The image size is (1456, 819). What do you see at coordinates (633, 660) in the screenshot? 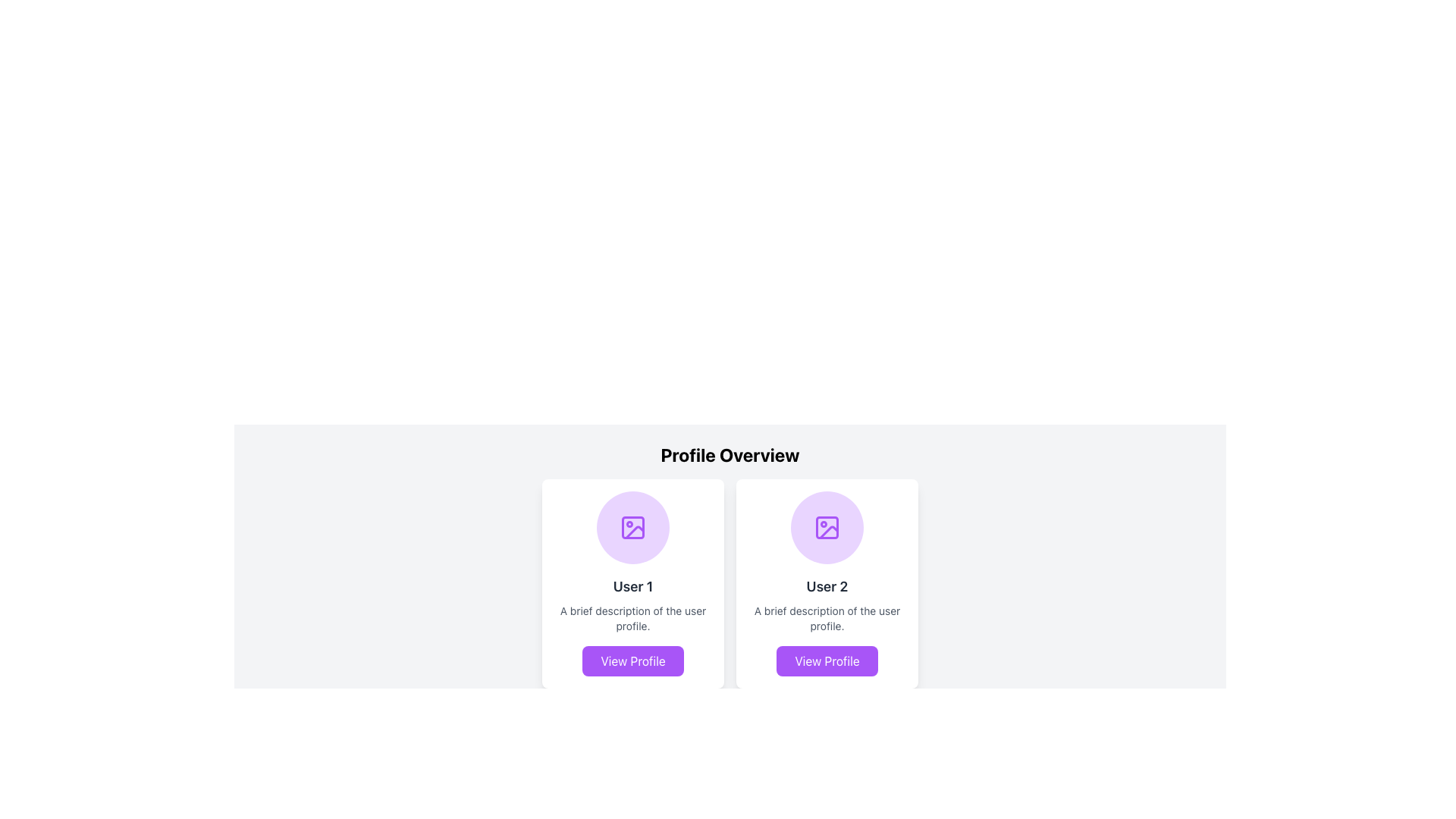
I see `the button at the bottom-center of the user profile card` at bounding box center [633, 660].